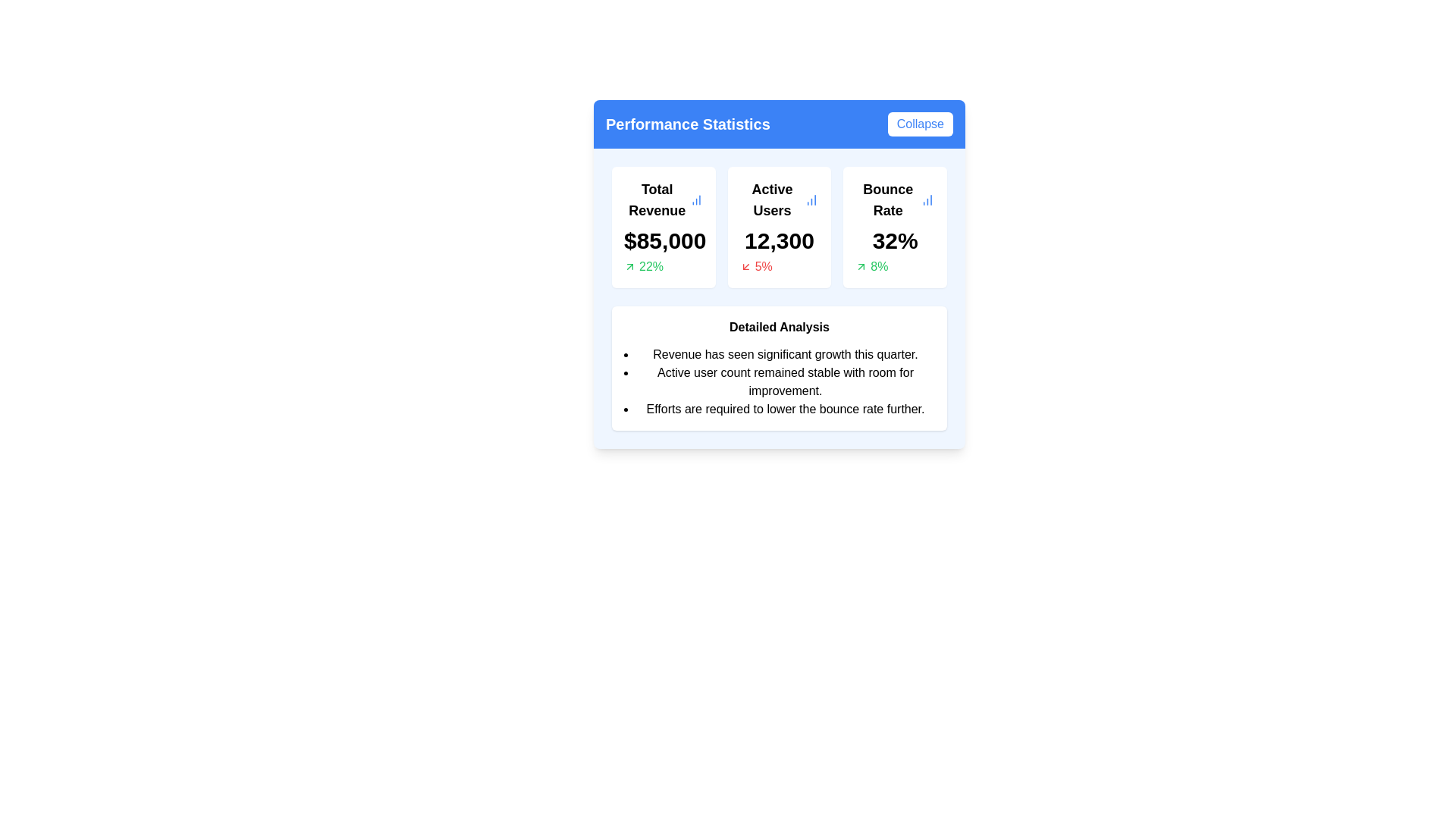  I want to click on value displayed in the bold text label showing '12,300' located within the 'Active Users' card, positioned between the 'Active Users' title and the '5%' percentage indicator, so click(779, 240).